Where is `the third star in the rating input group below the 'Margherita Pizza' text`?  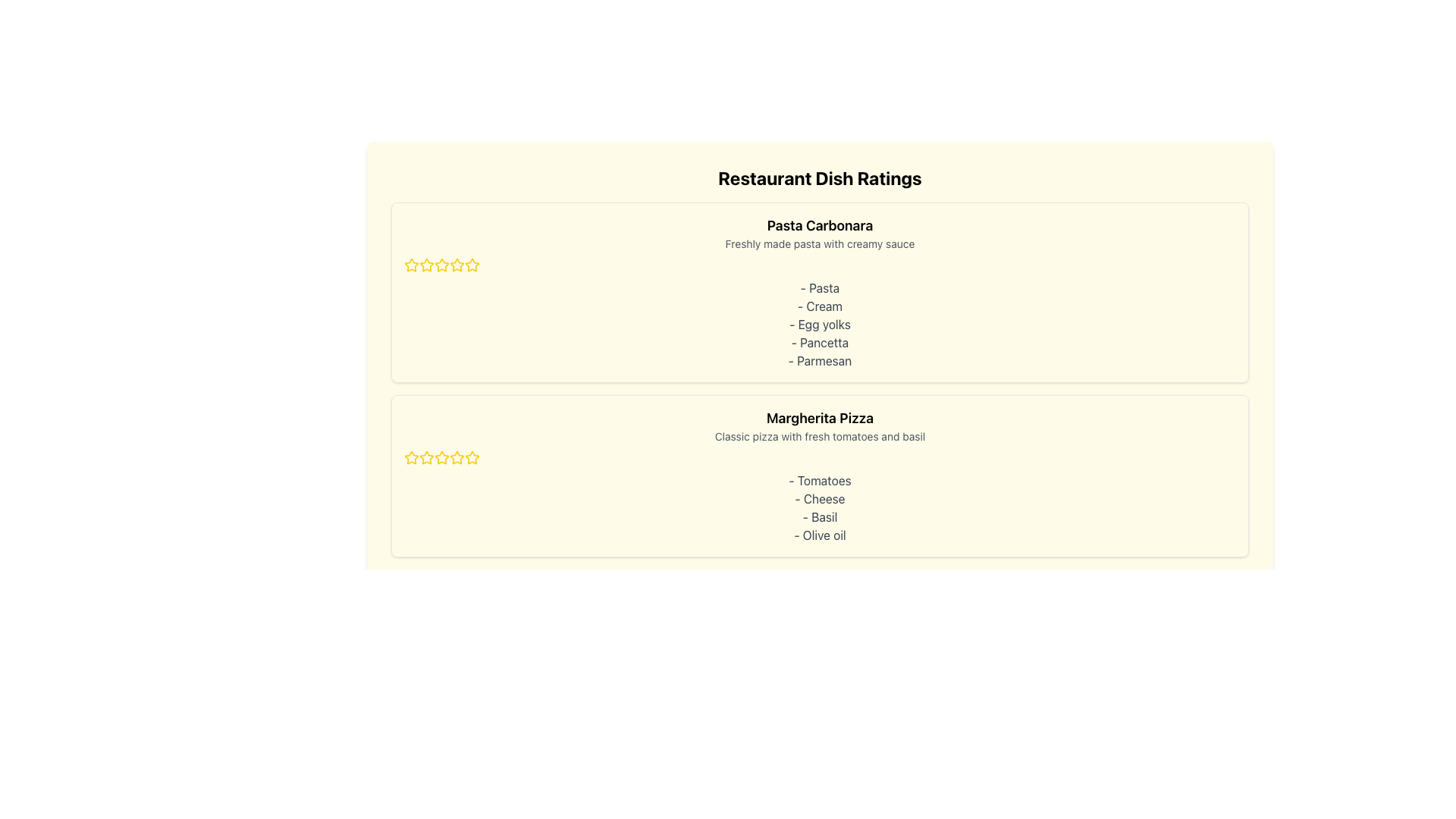 the third star in the rating input group below the 'Margherita Pizza' text is located at coordinates (425, 457).